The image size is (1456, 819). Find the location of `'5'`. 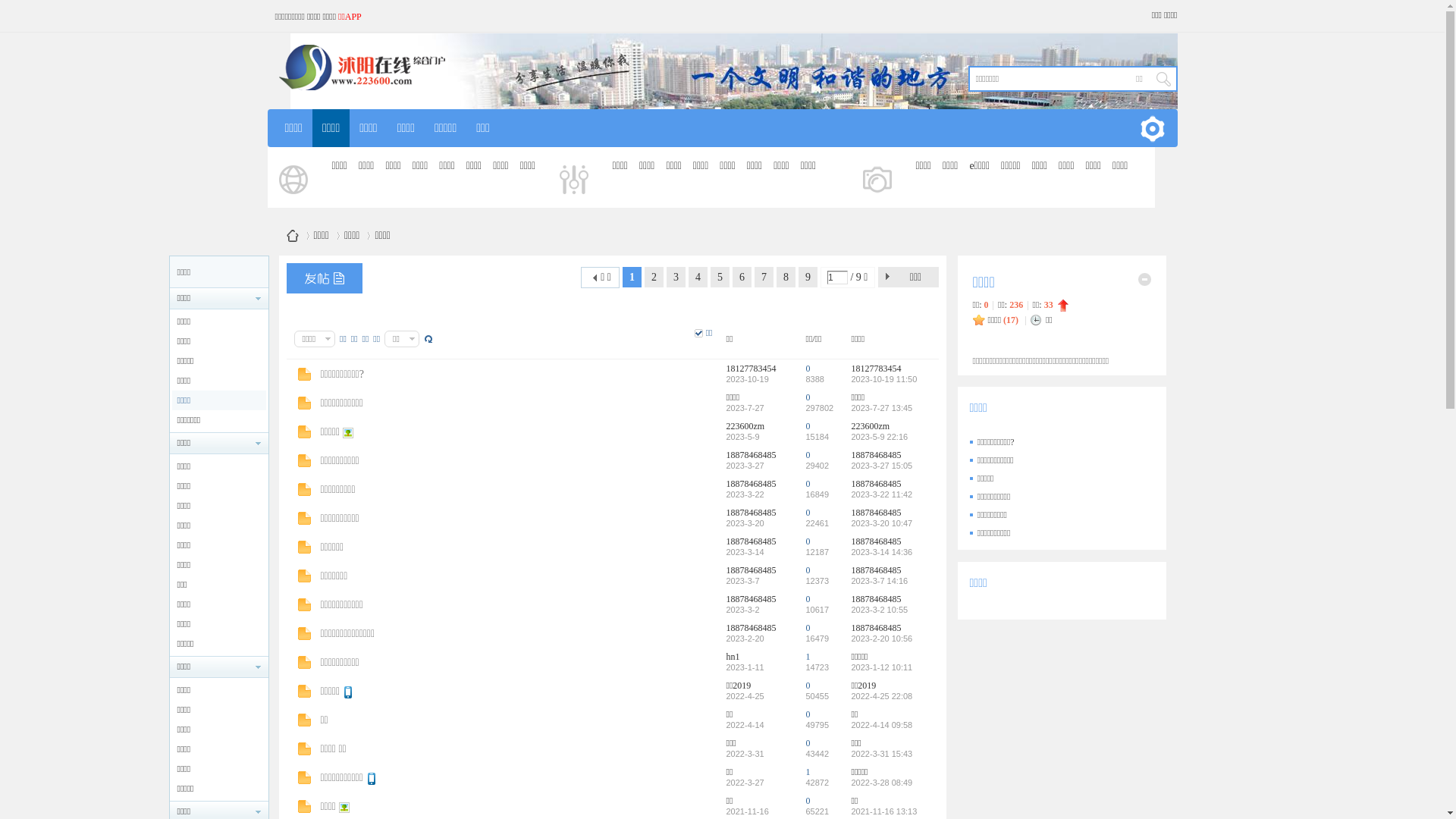

'5' is located at coordinates (719, 277).